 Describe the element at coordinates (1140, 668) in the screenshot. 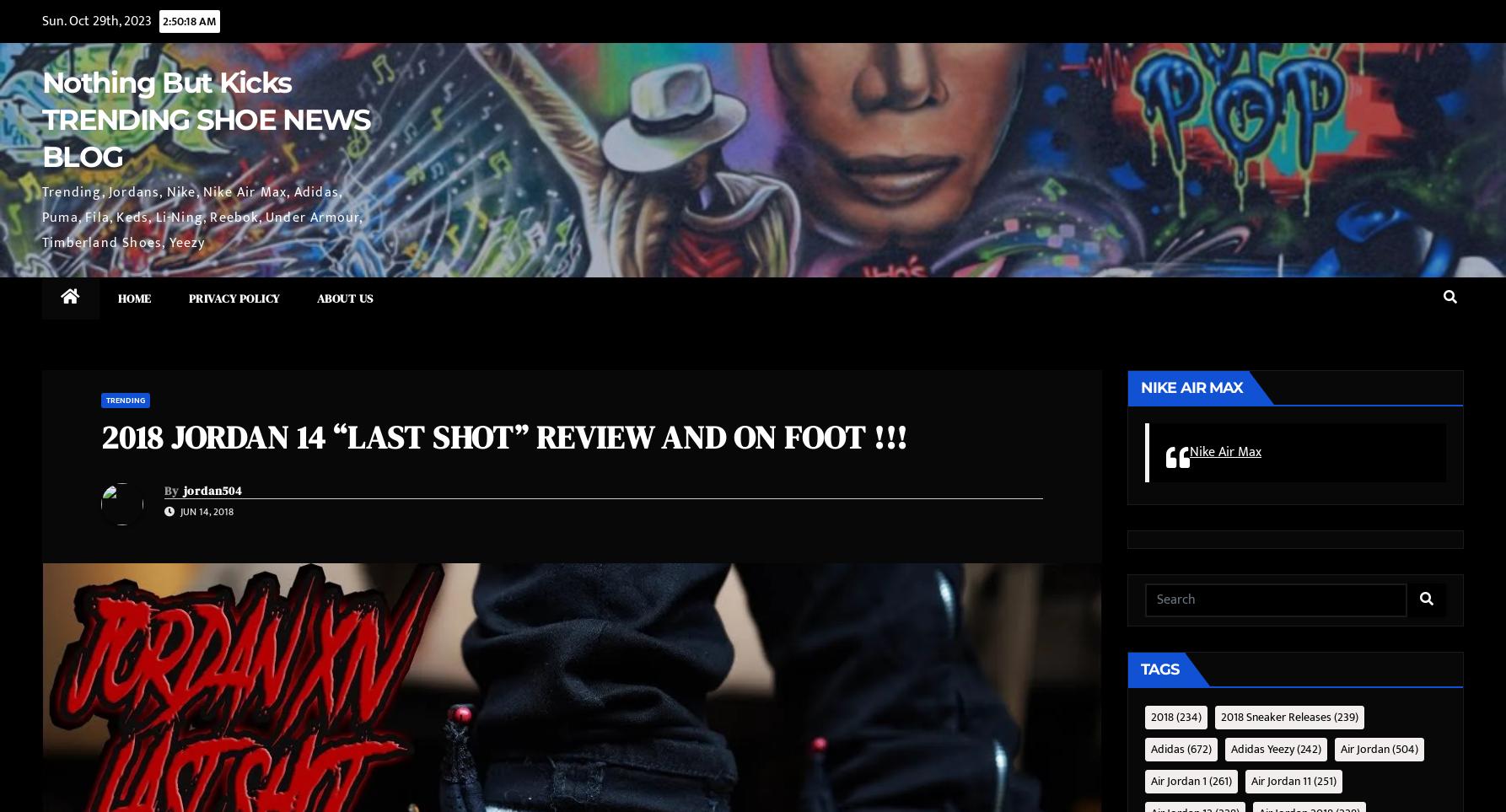

I see `'Tags'` at that location.